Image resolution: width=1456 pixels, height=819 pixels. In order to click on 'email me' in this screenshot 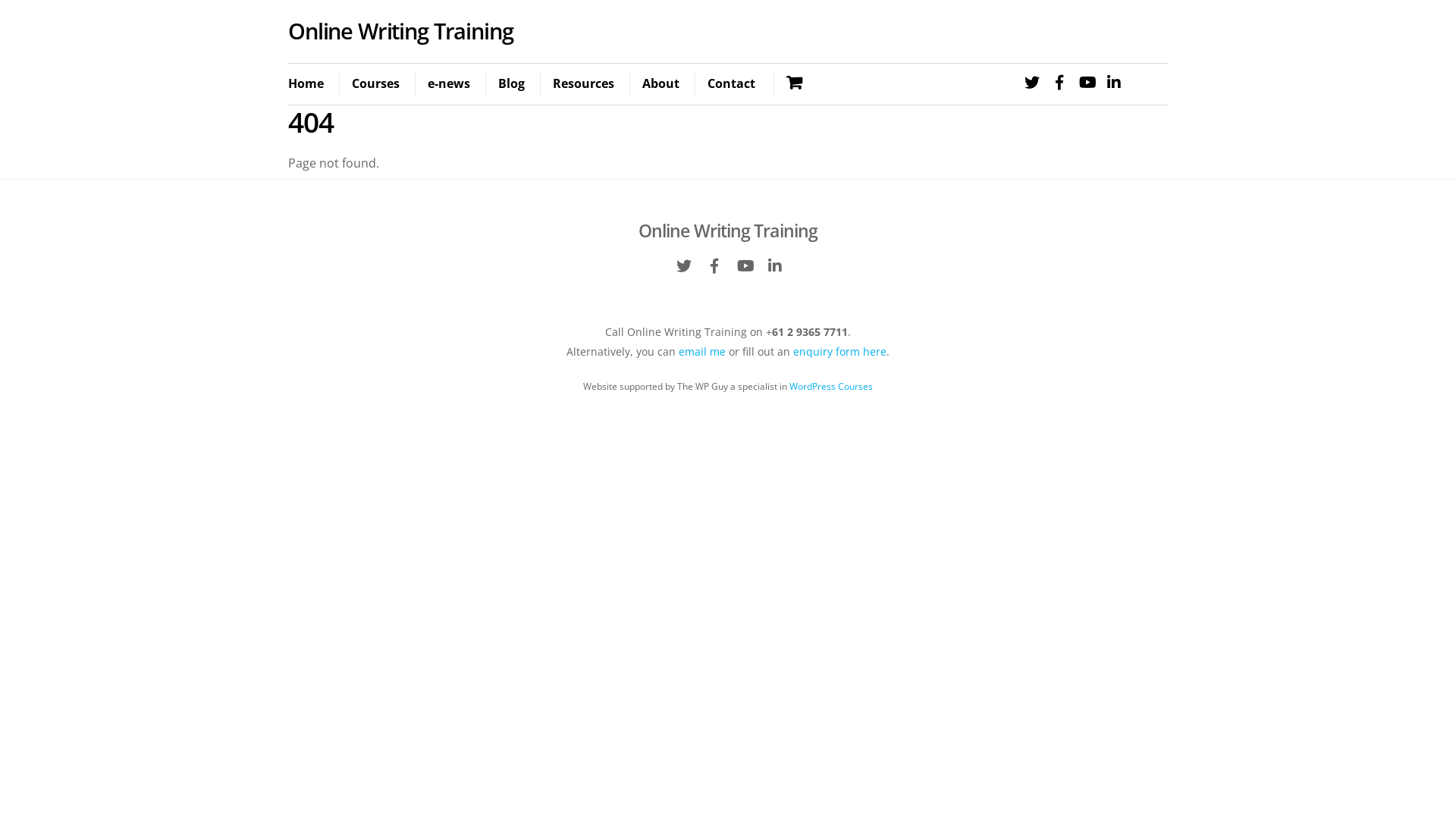, I will do `click(701, 351)`.